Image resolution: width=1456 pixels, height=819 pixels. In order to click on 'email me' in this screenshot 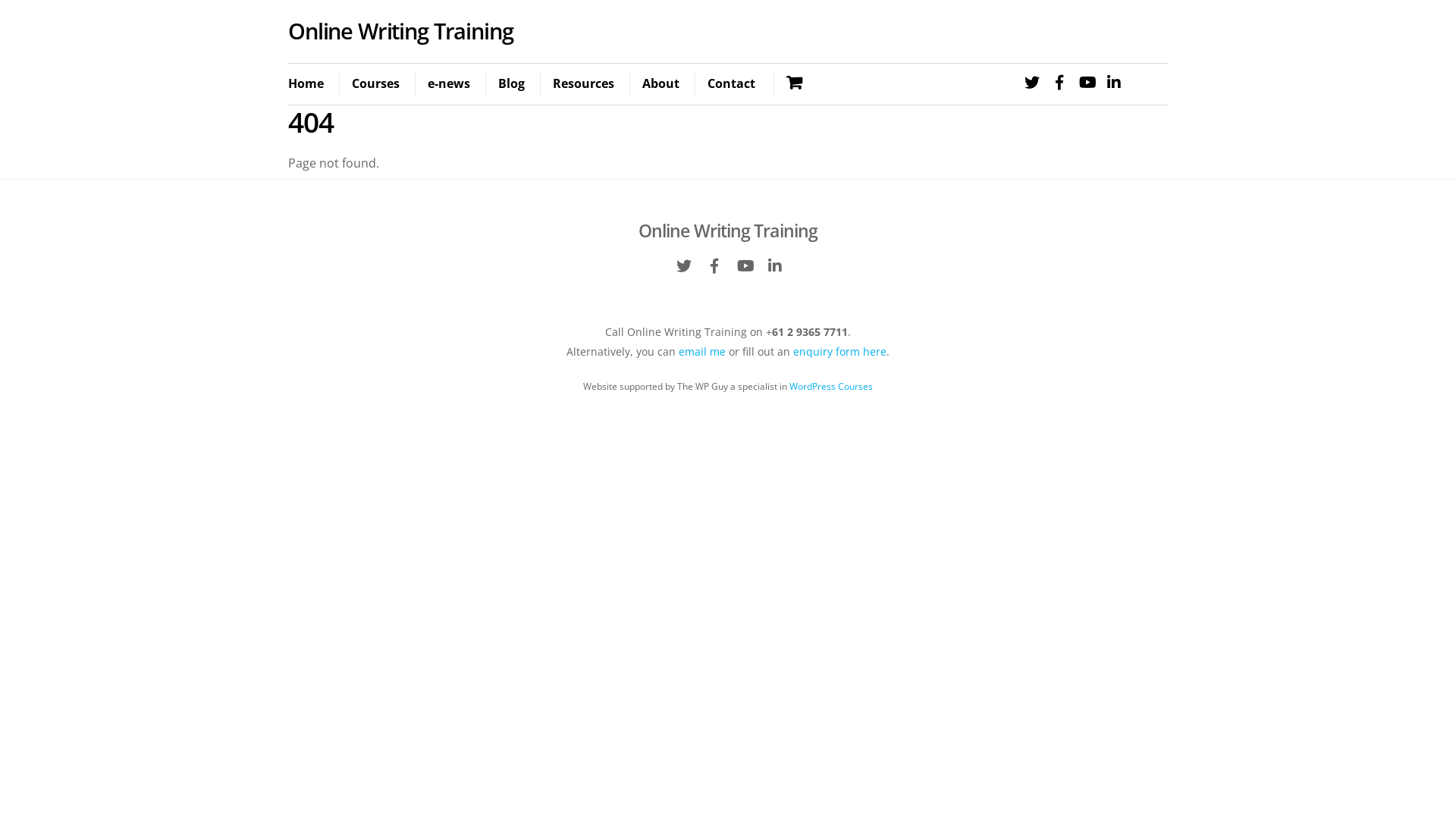, I will do `click(701, 351)`.